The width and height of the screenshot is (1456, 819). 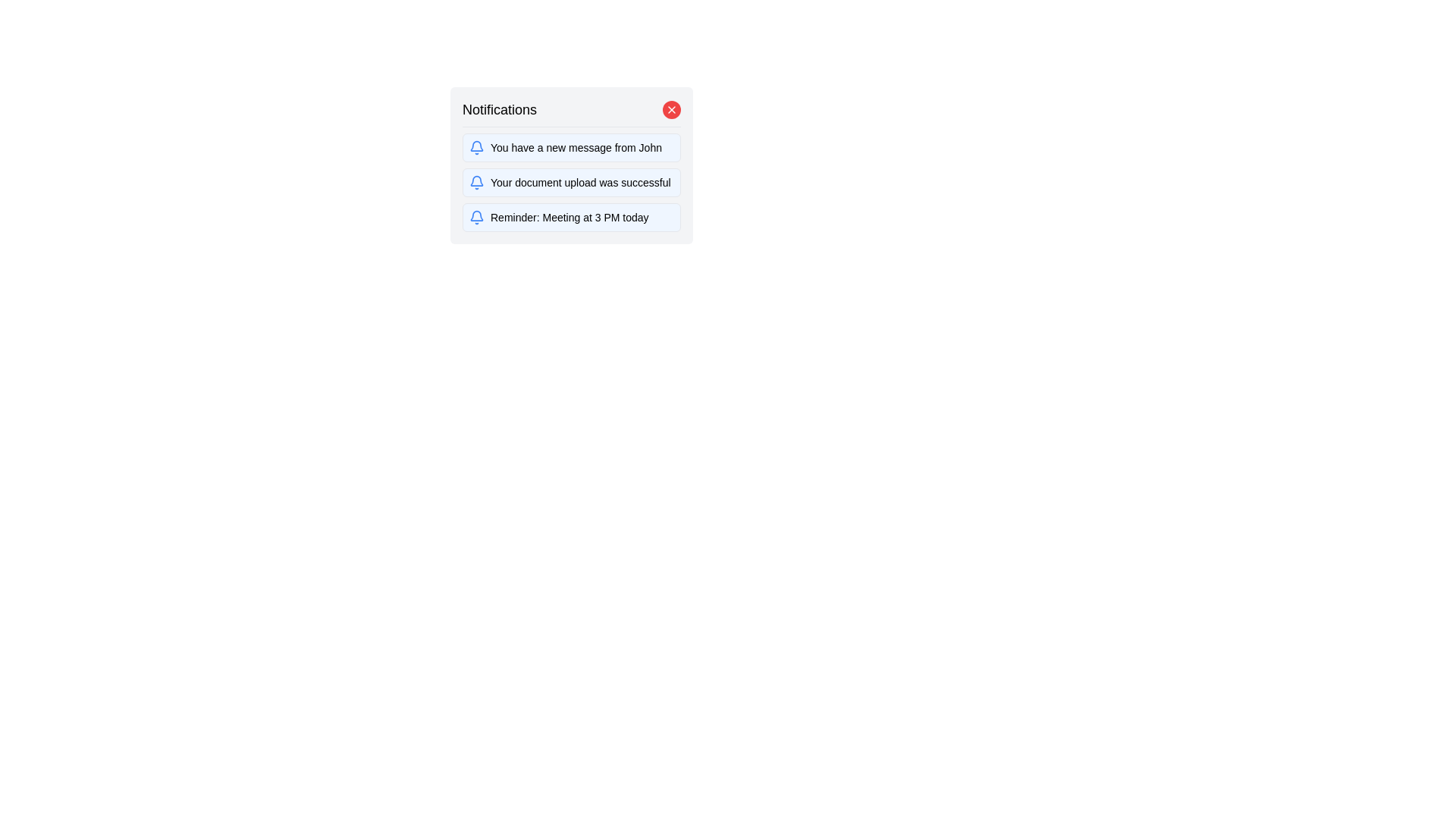 I want to click on the bell-shaped notification icon with blue stylings, which is positioned to the left of the message stating 'You have a new message from John', so click(x=475, y=148).